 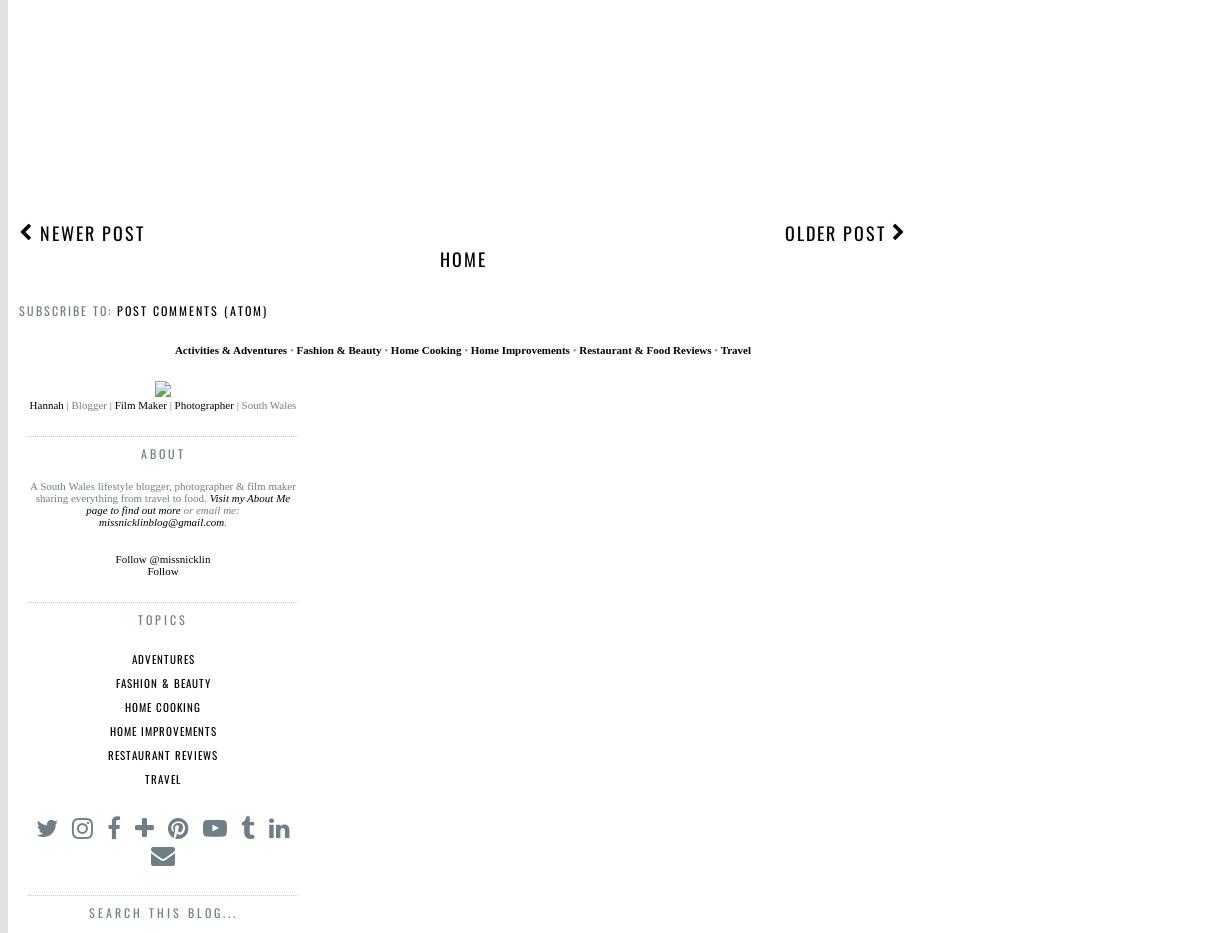 I want to click on '| South Wales', so click(x=264, y=405).